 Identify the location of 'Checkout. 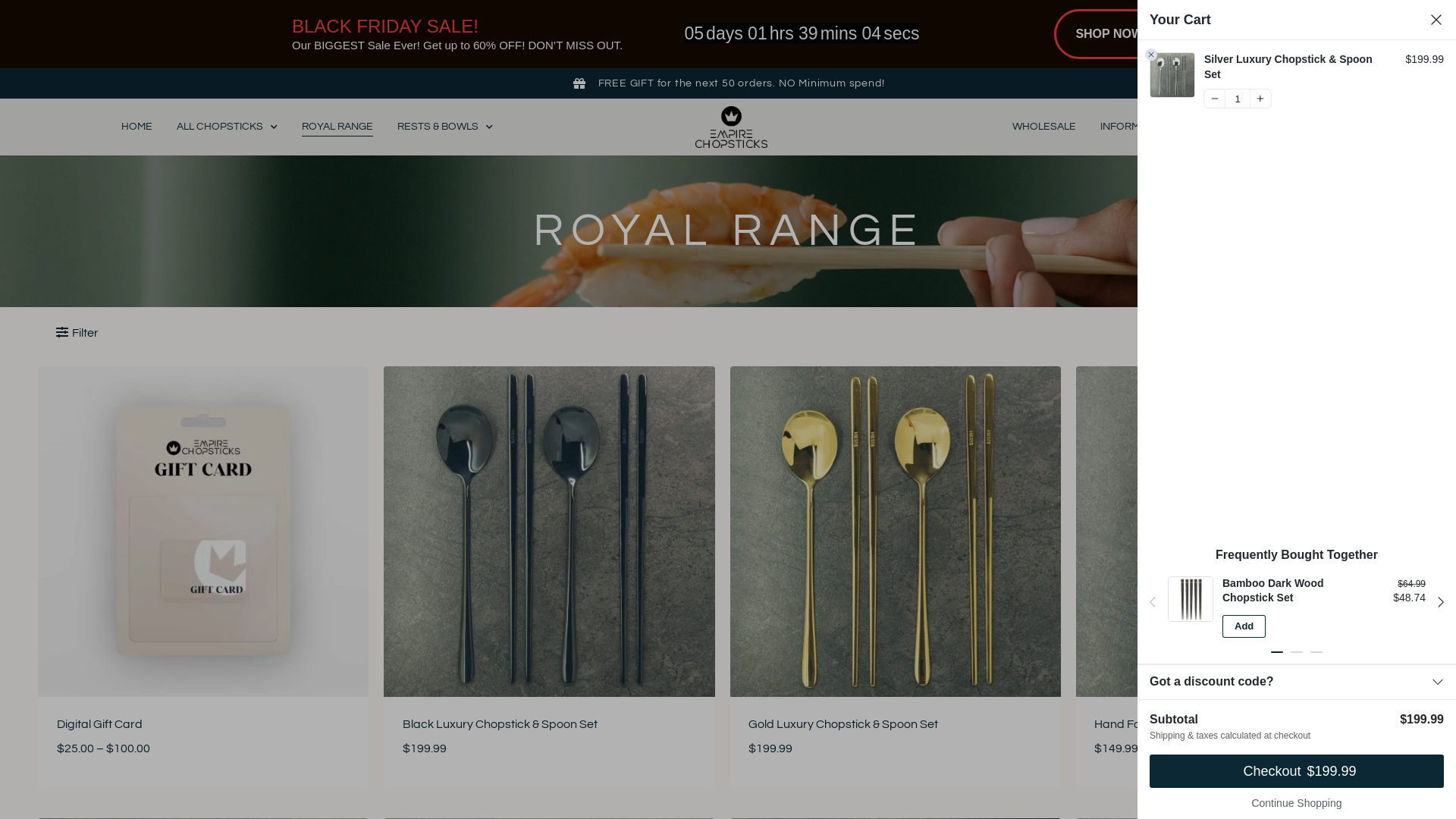
(1295, 771).